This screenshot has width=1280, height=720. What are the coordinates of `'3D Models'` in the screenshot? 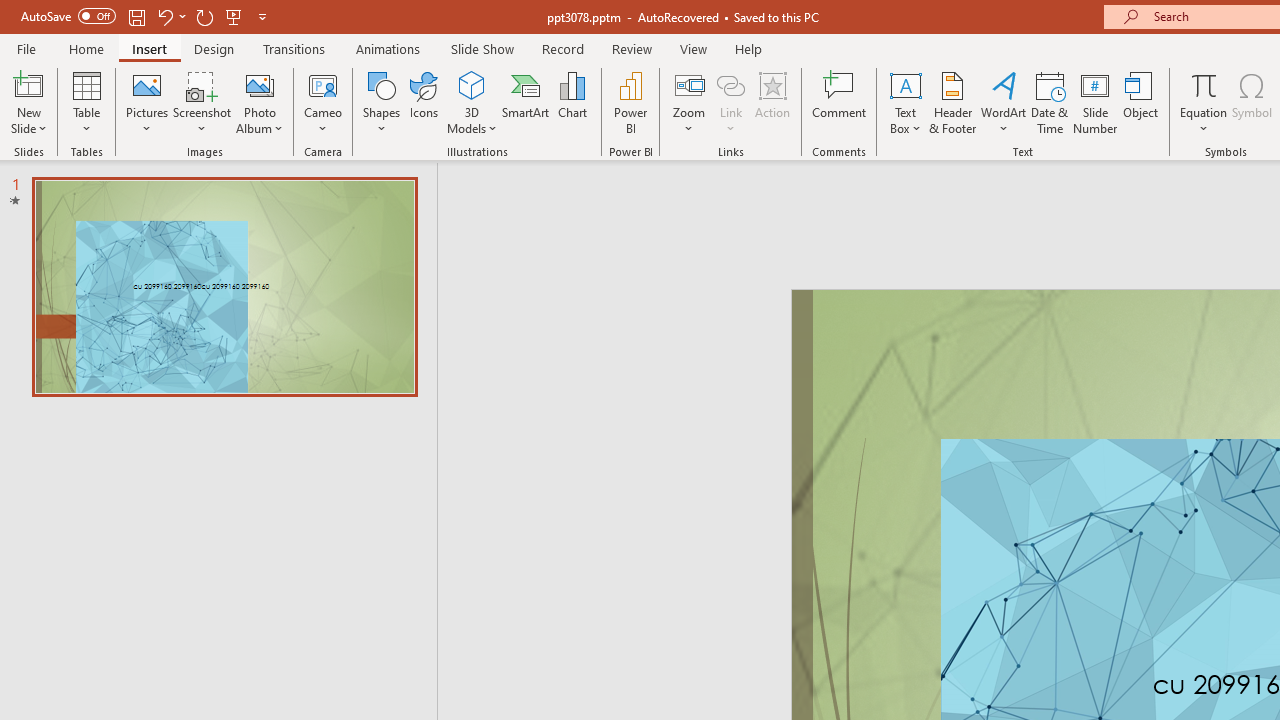 It's located at (471, 84).